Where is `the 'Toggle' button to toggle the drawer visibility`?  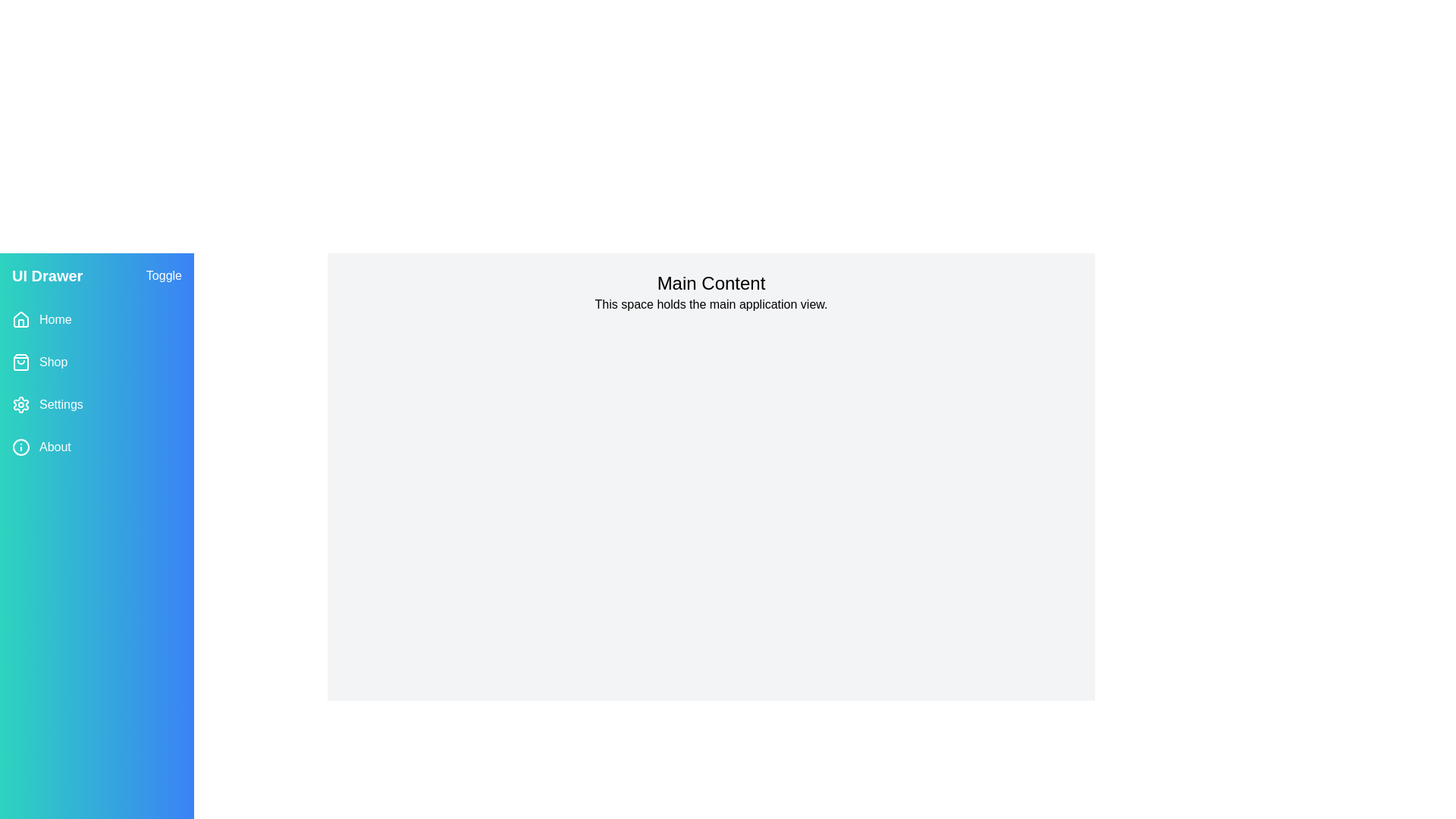
the 'Toggle' button to toggle the drawer visibility is located at coordinates (164, 275).